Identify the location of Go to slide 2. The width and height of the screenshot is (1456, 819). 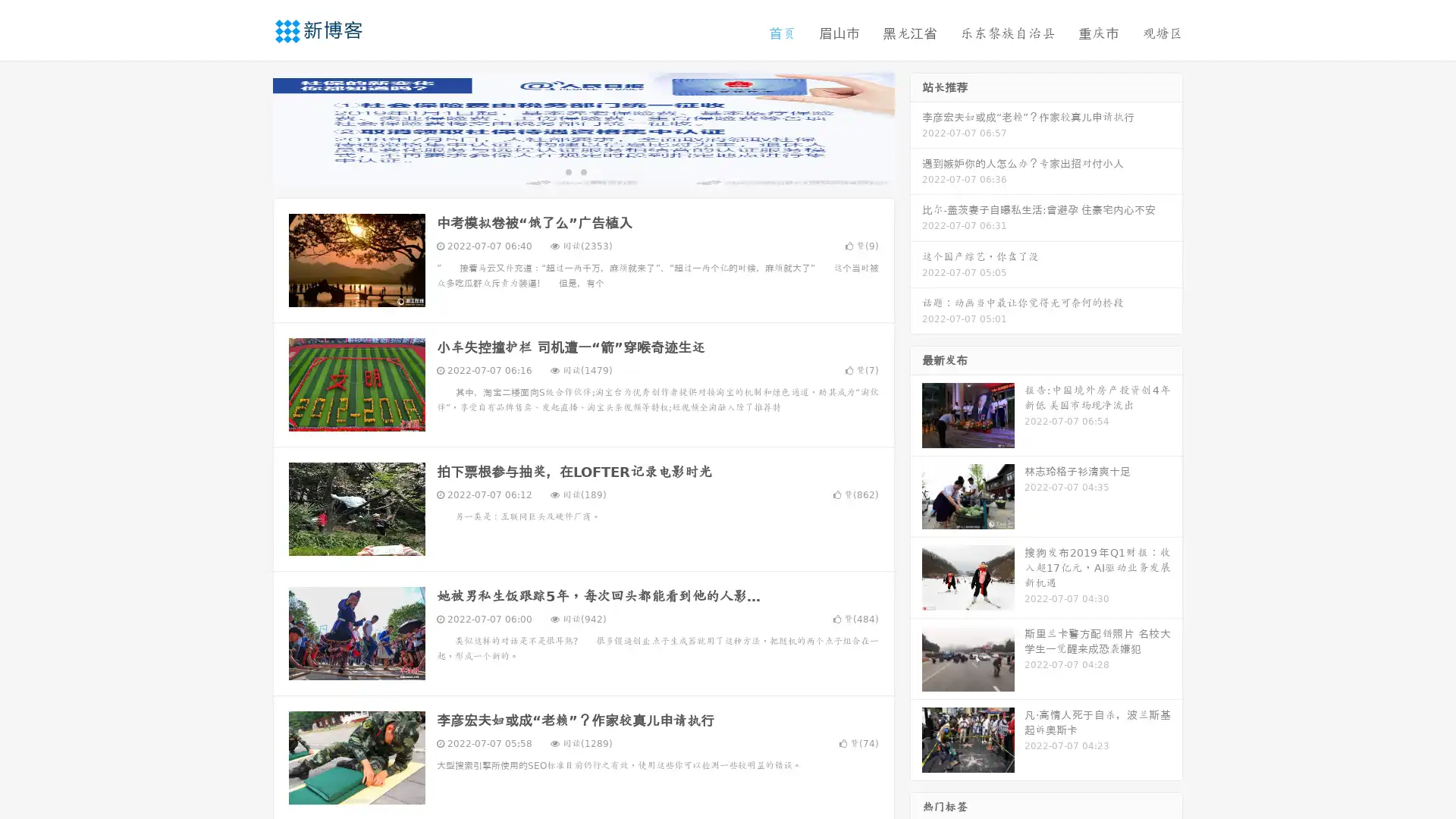
(582, 171).